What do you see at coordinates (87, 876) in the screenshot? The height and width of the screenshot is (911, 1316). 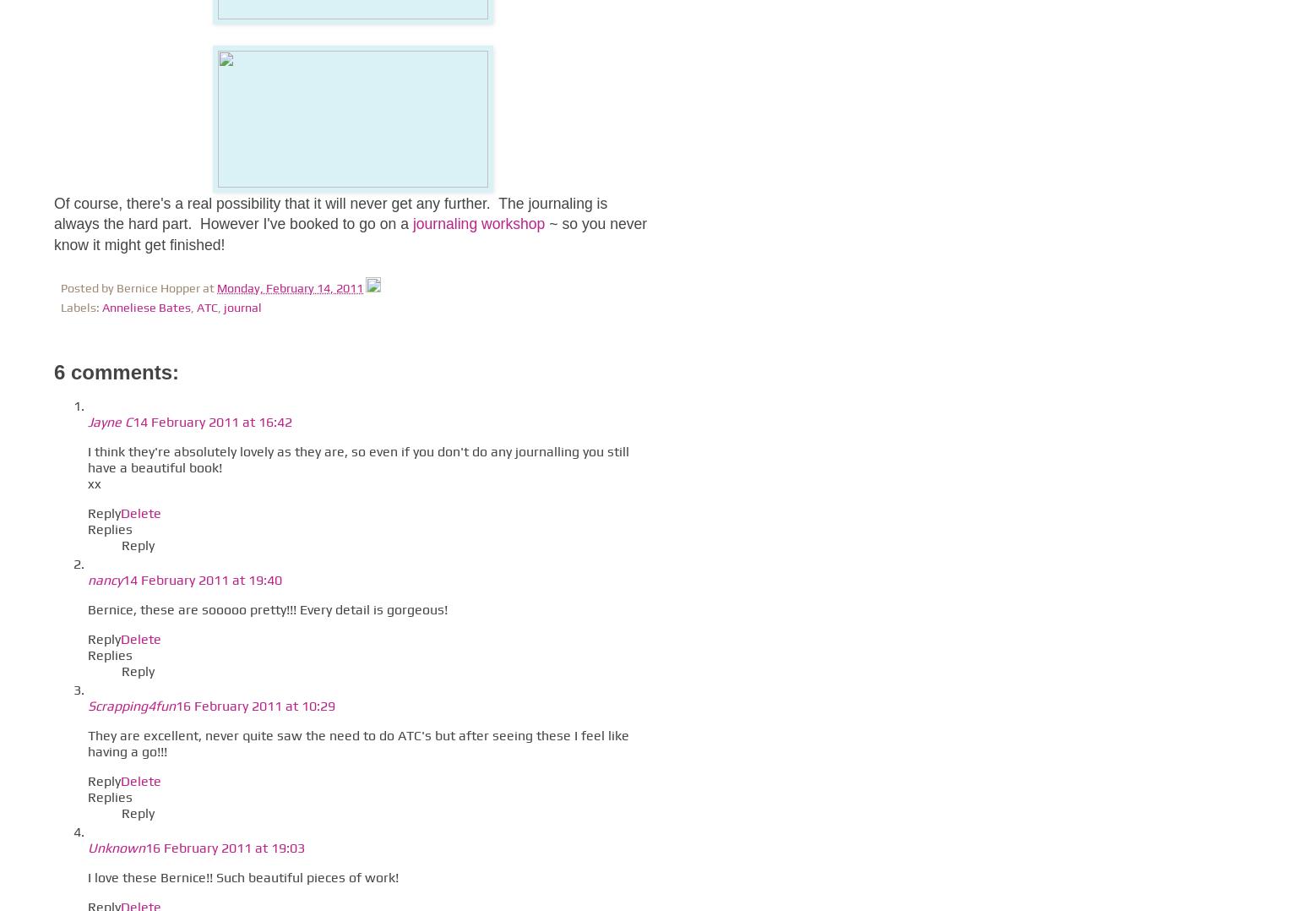 I see `'I love these Bernice!! Such beautiful pieces of work!'` at bounding box center [87, 876].